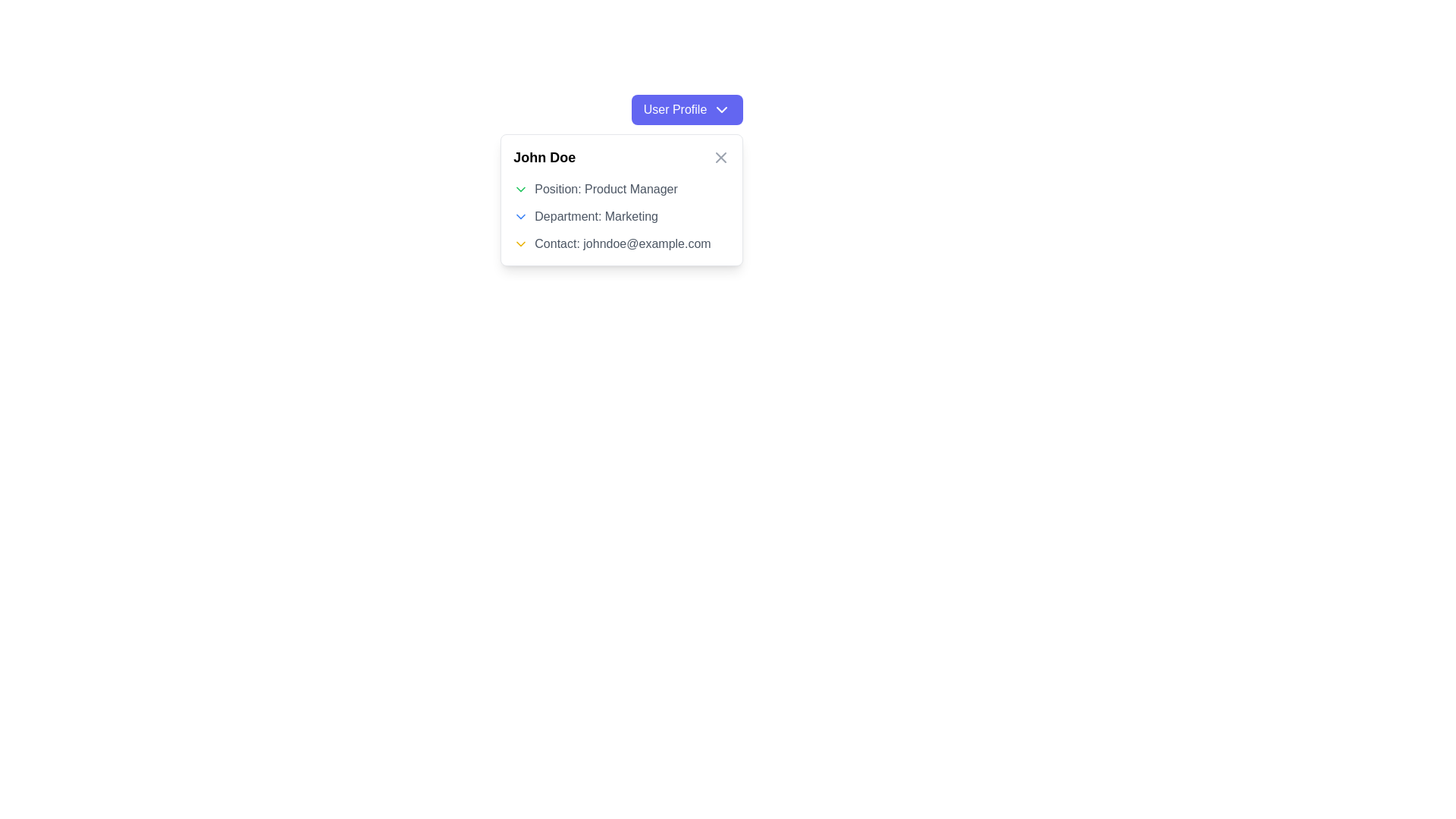  Describe the element at coordinates (720, 158) in the screenshot. I see `the 'X' icon button located at the top-right corner of the user information card` at that location.